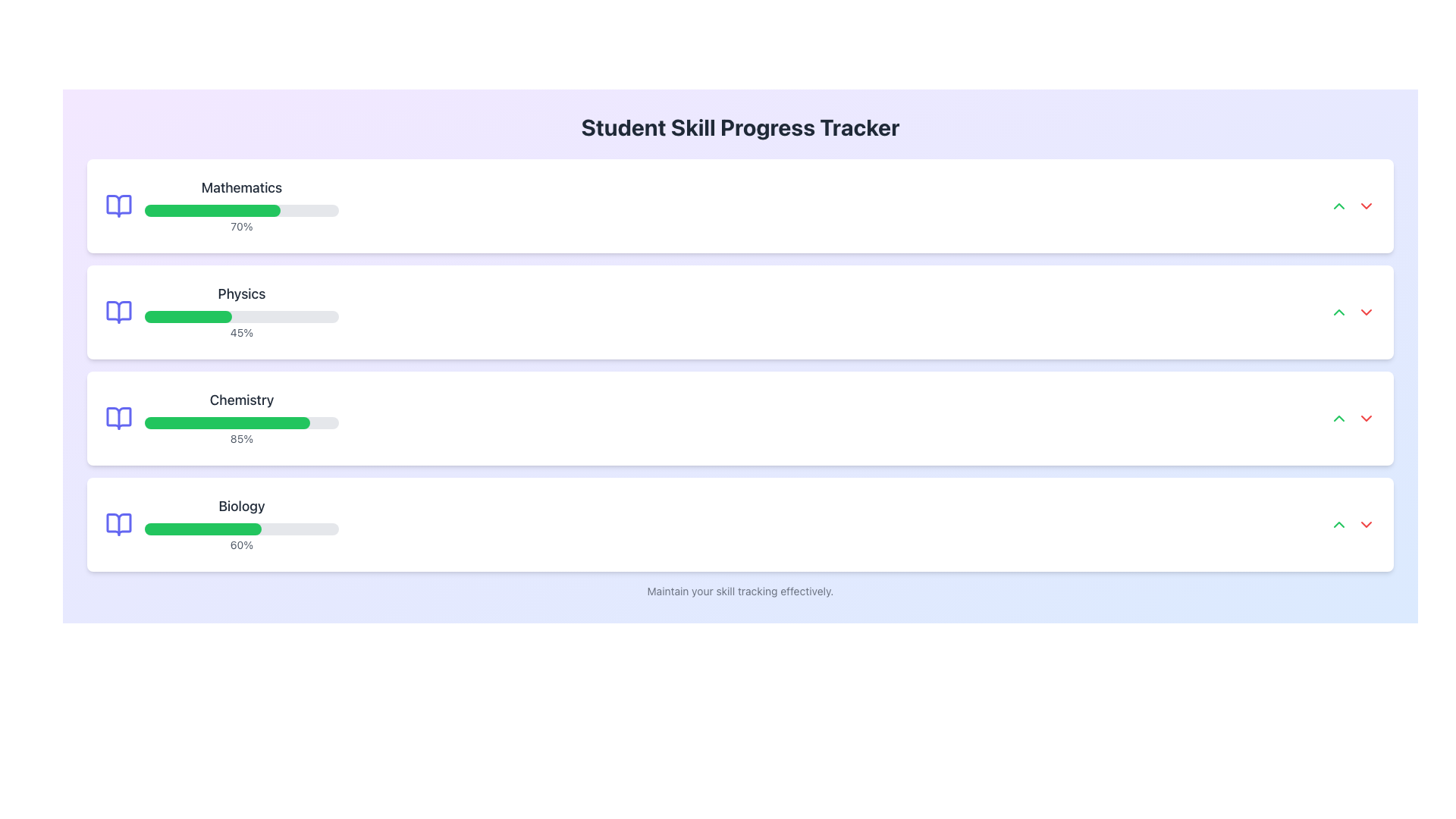 This screenshot has height=819, width=1456. What do you see at coordinates (240, 418) in the screenshot?
I see `the progress bar for 'Chemistry' that indicates 85% completion, which is the third progress tracker in the list` at bounding box center [240, 418].